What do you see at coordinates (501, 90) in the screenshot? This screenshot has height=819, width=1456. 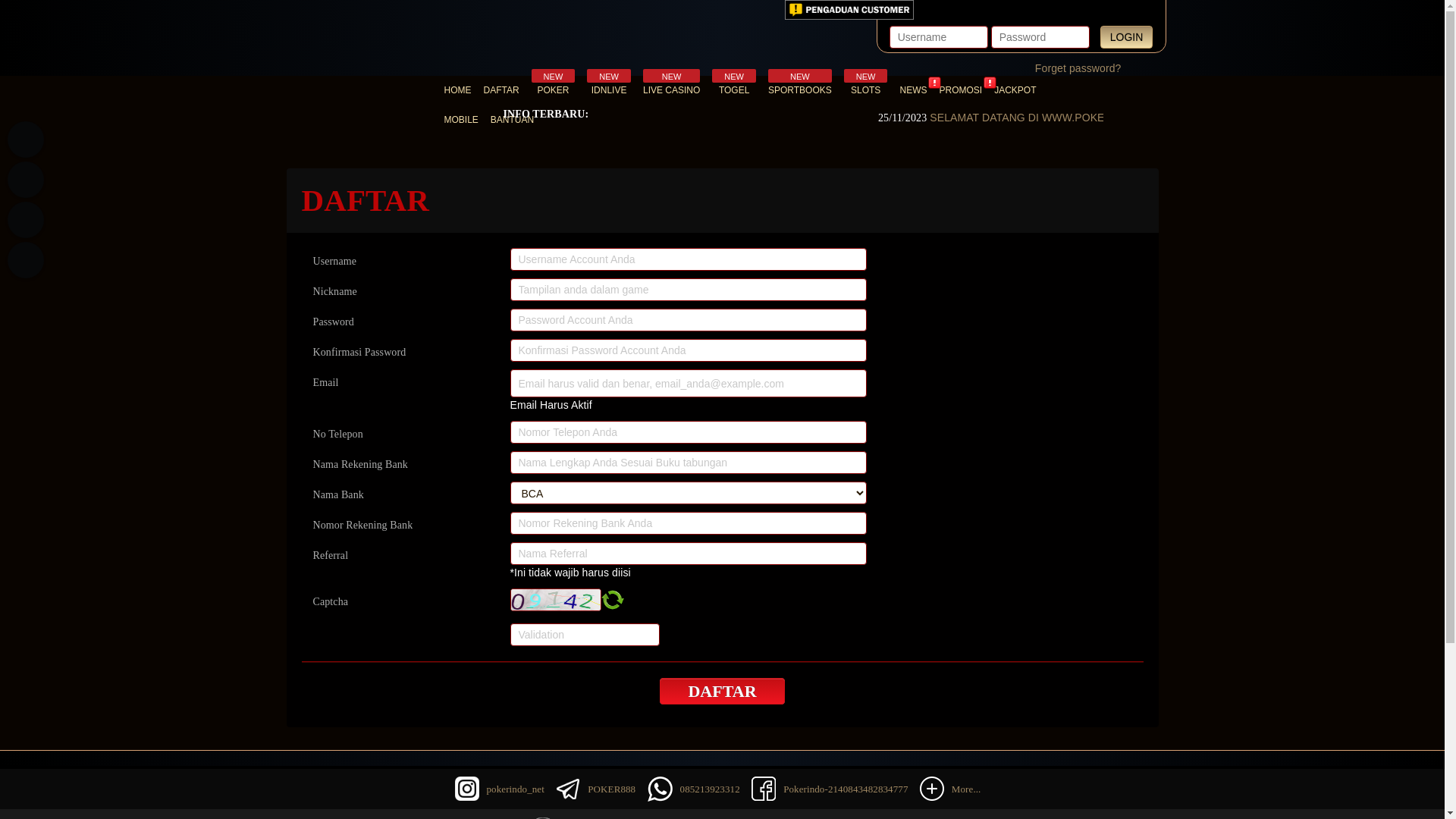 I see `'DAFTAR'` at bounding box center [501, 90].